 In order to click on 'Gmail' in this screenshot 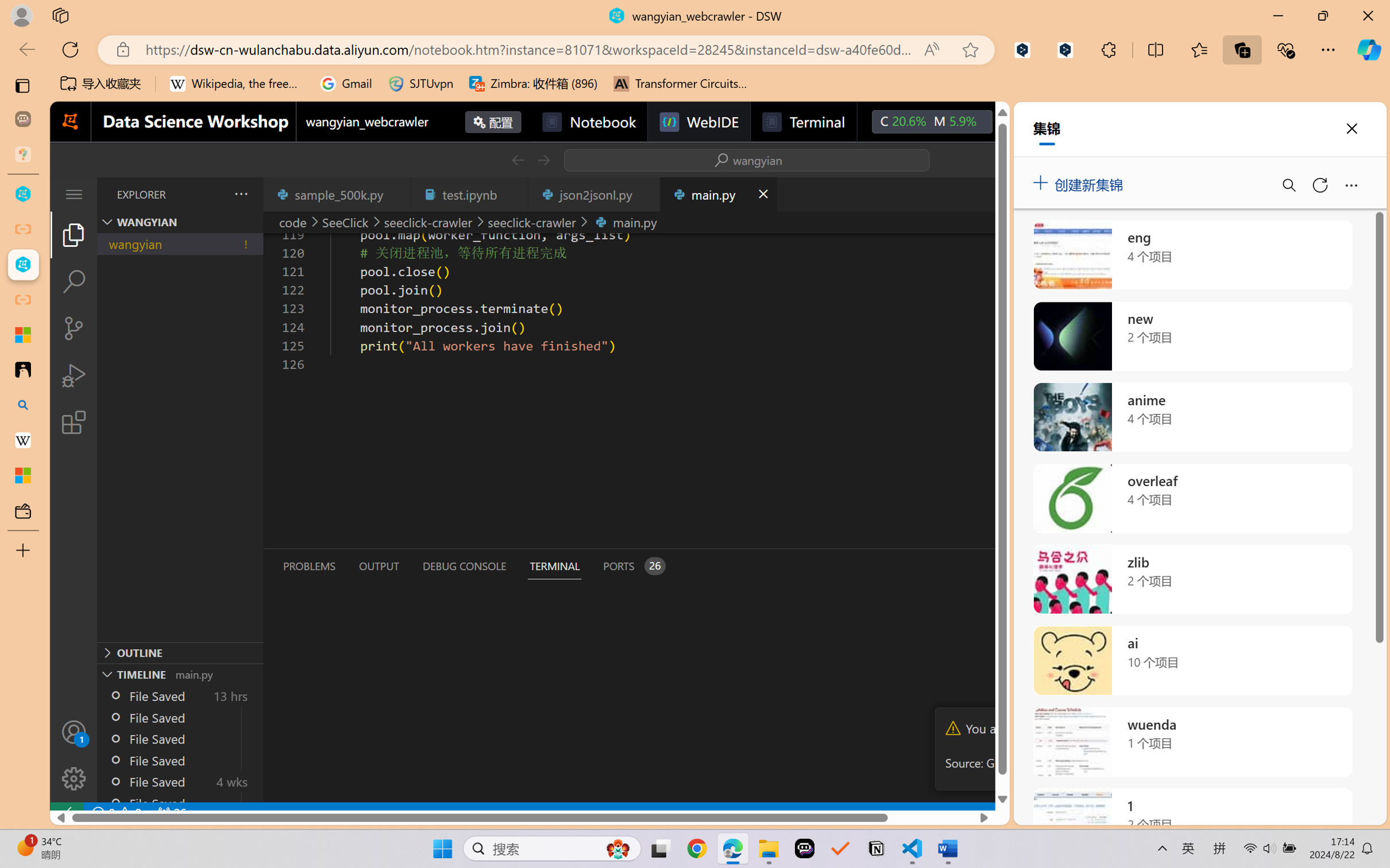, I will do `click(345, 83)`.